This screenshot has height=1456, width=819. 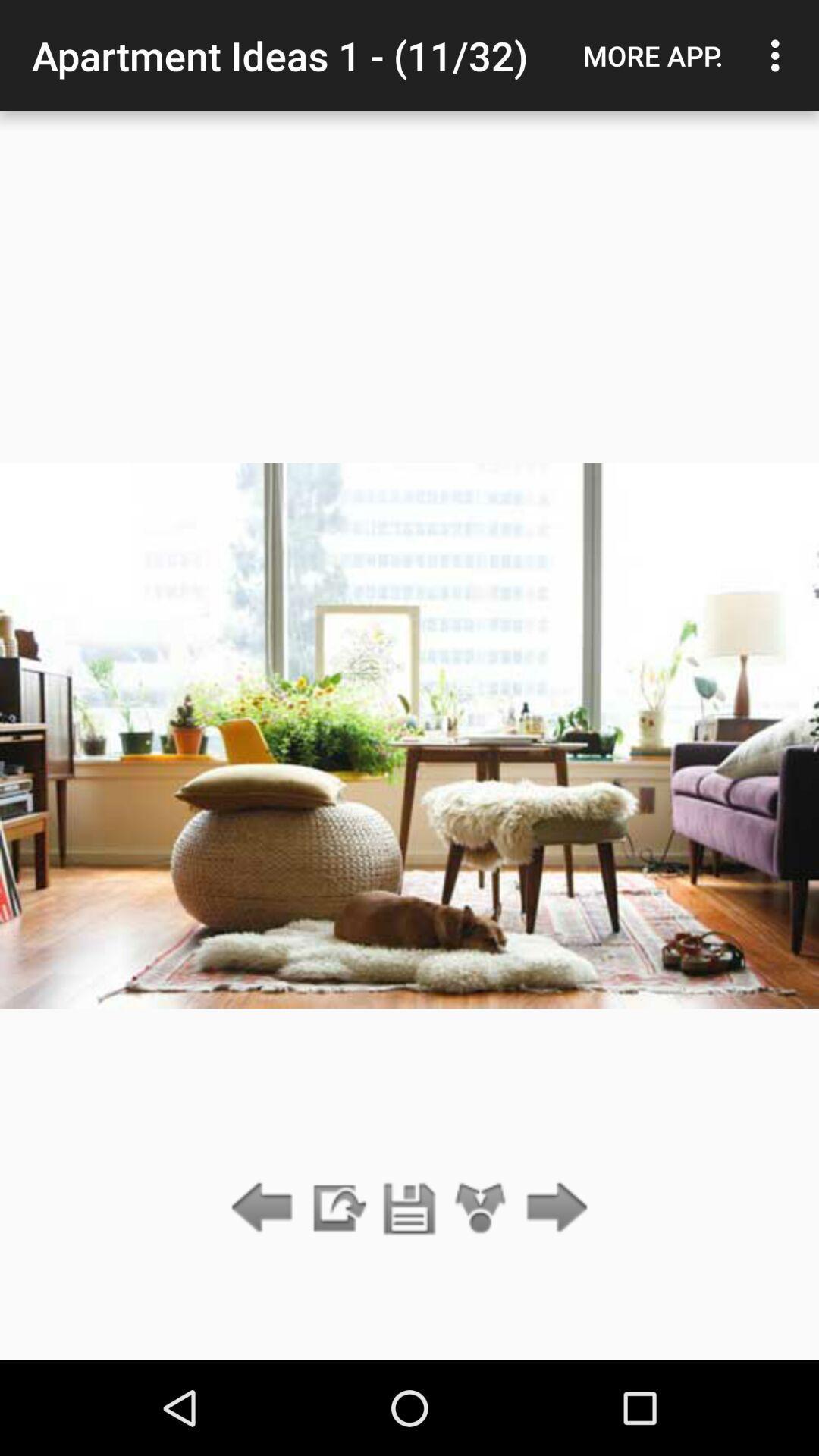 What do you see at coordinates (652, 55) in the screenshot?
I see `the more app. icon` at bounding box center [652, 55].